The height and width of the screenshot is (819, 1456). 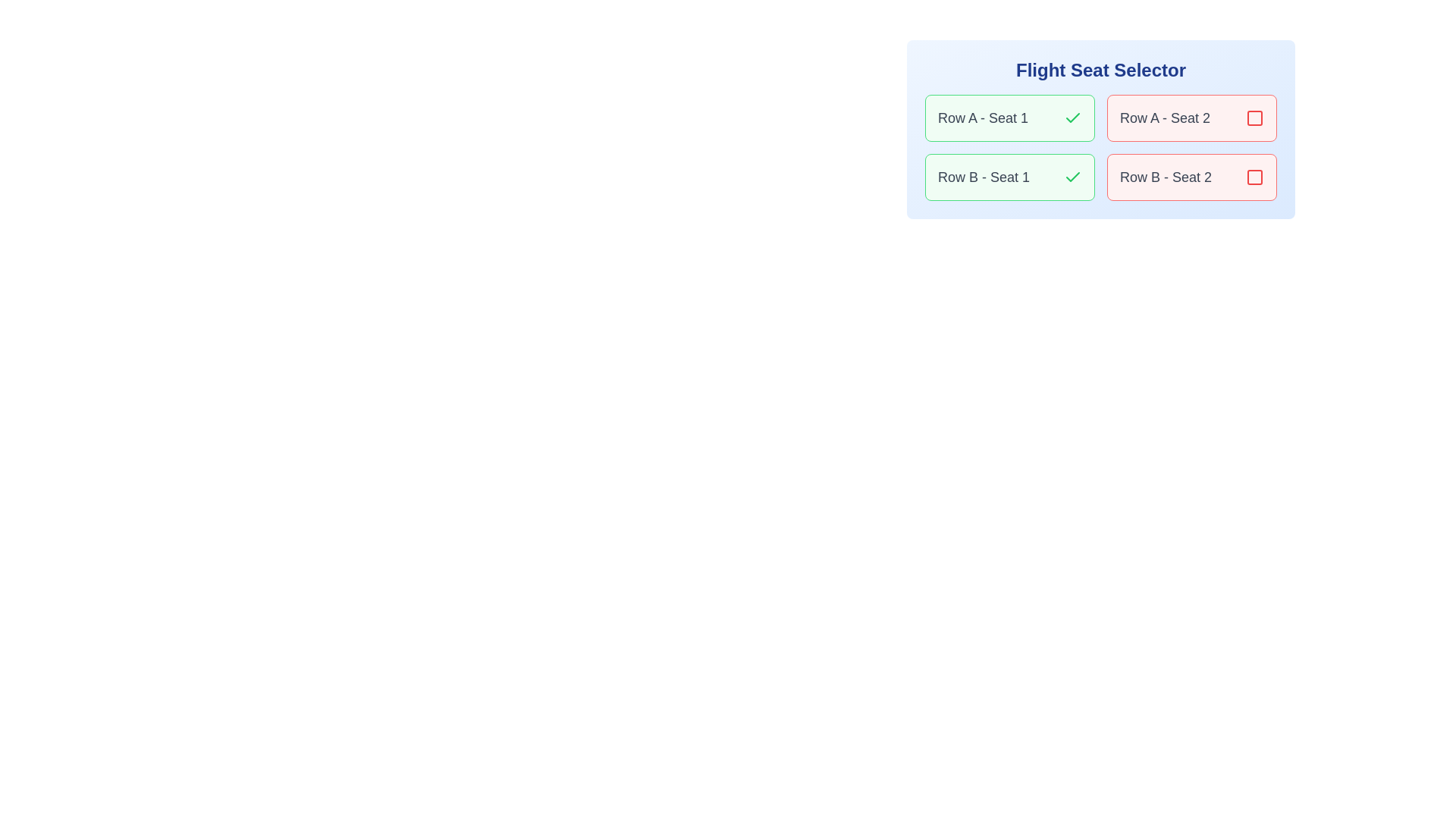 I want to click on the bold, centered text displaying 'Flight Seat Selector' in a large, blue font, positioned at the top of the card layout, so click(x=1100, y=70).